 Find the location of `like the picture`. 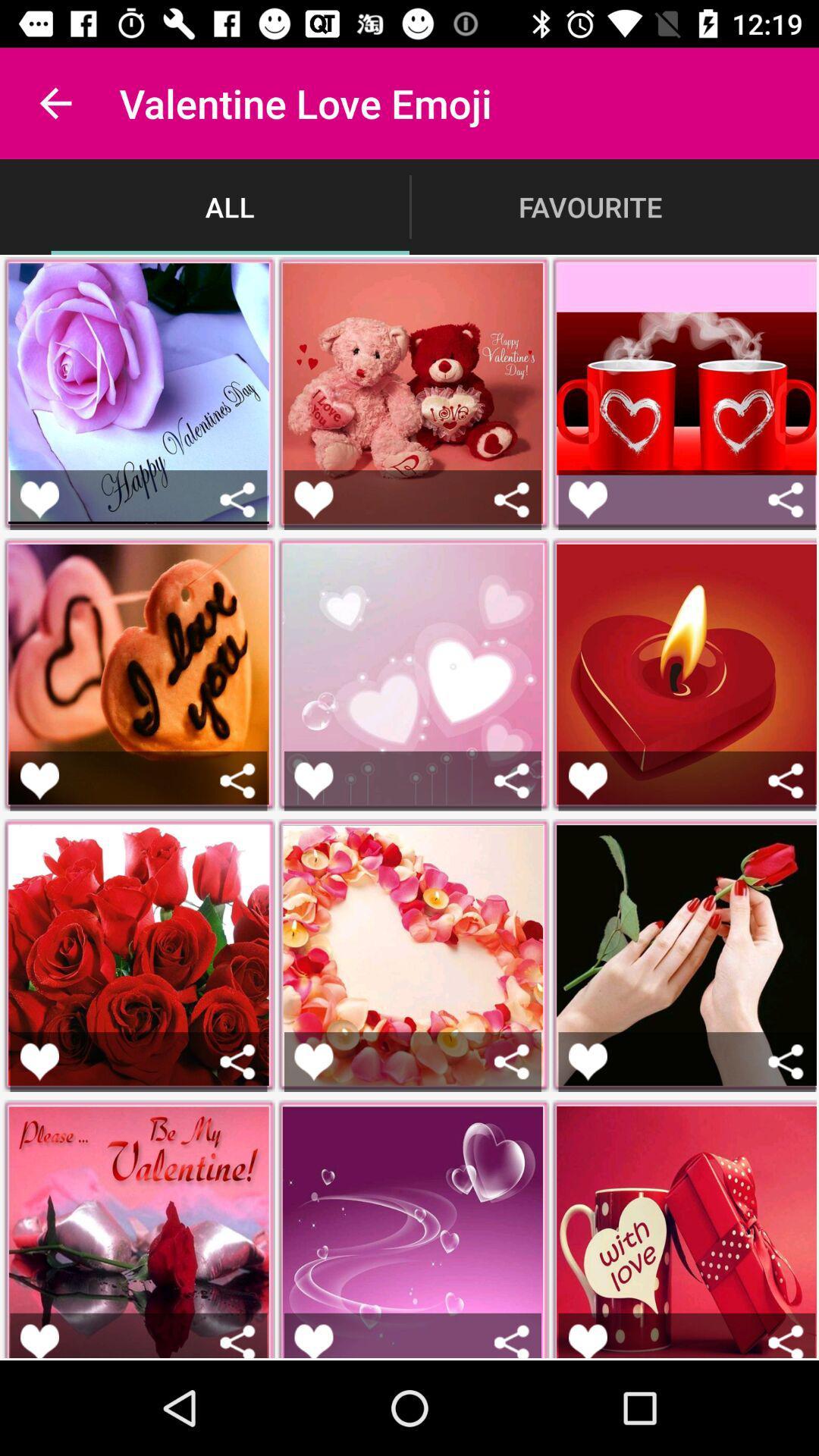

like the picture is located at coordinates (312, 500).